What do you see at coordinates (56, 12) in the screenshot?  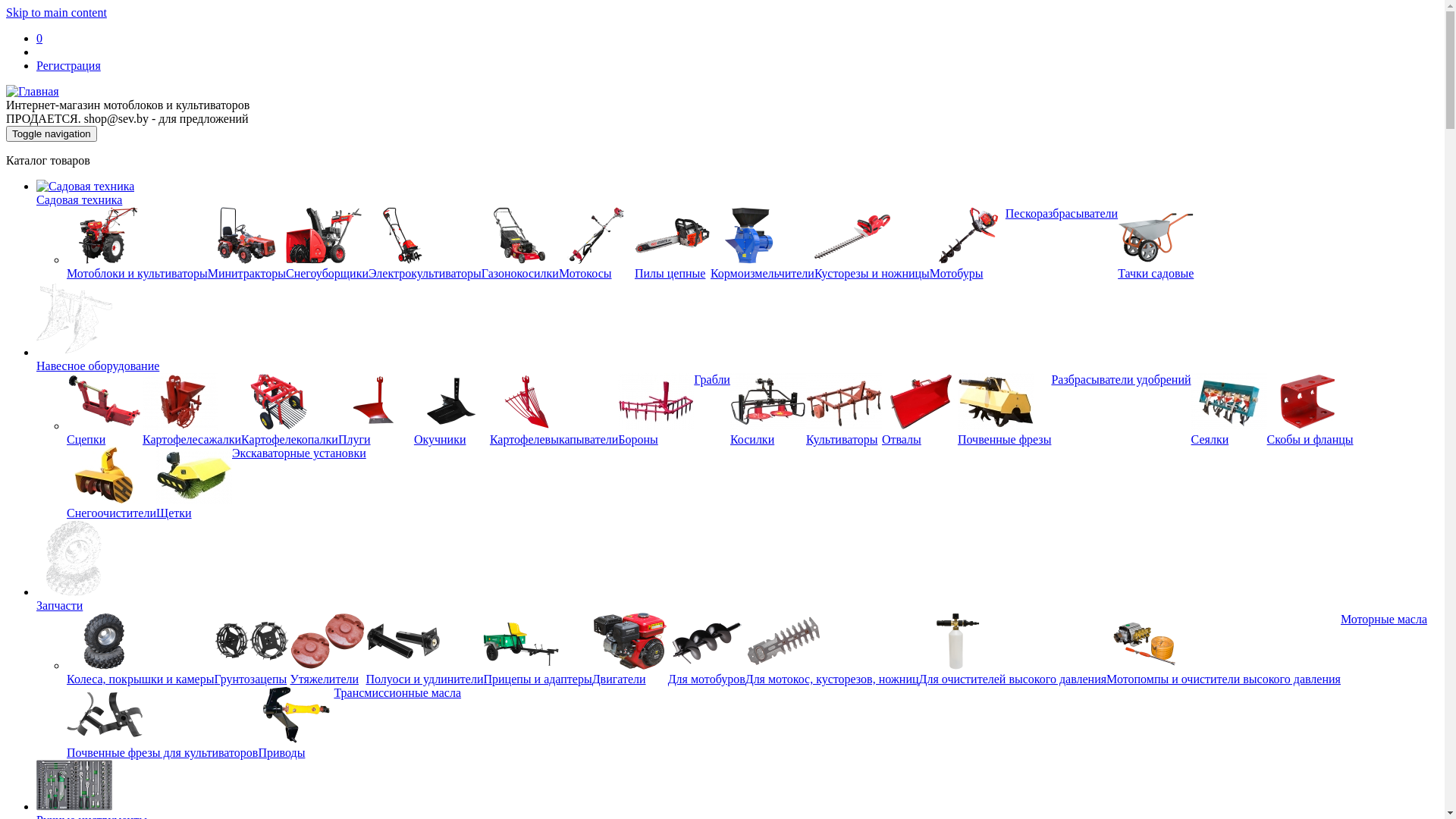 I see `'Skip to main content'` at bounding box center [56, 12].